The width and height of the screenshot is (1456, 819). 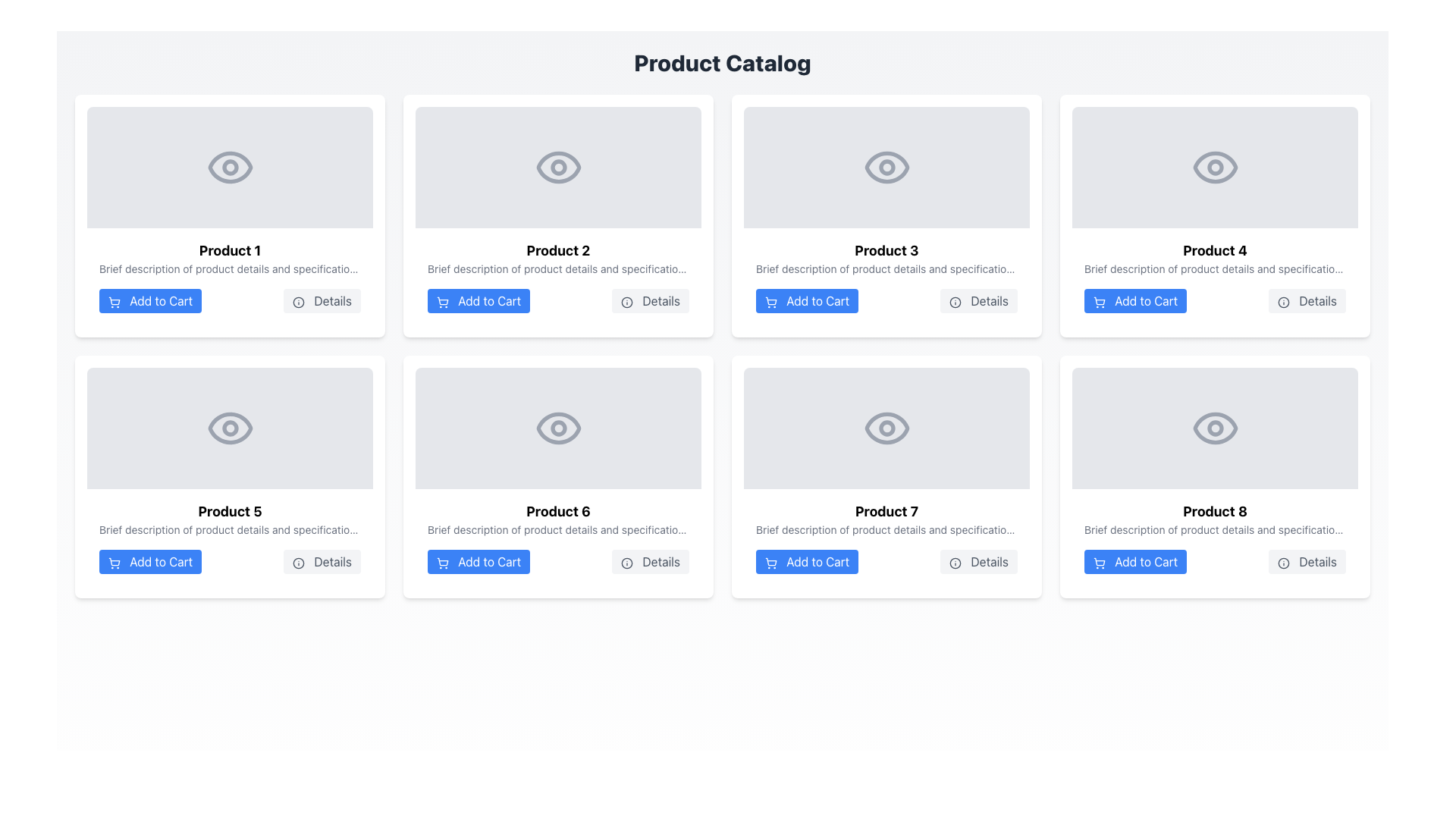 What do you see at coordinates (1283, 302) in the screenshot?
I see `the 'Details' button associated with Product 4, which is visually enhanced by the SVG Circle located at the top-right of the product grid` at bounding box center [1283, 302].